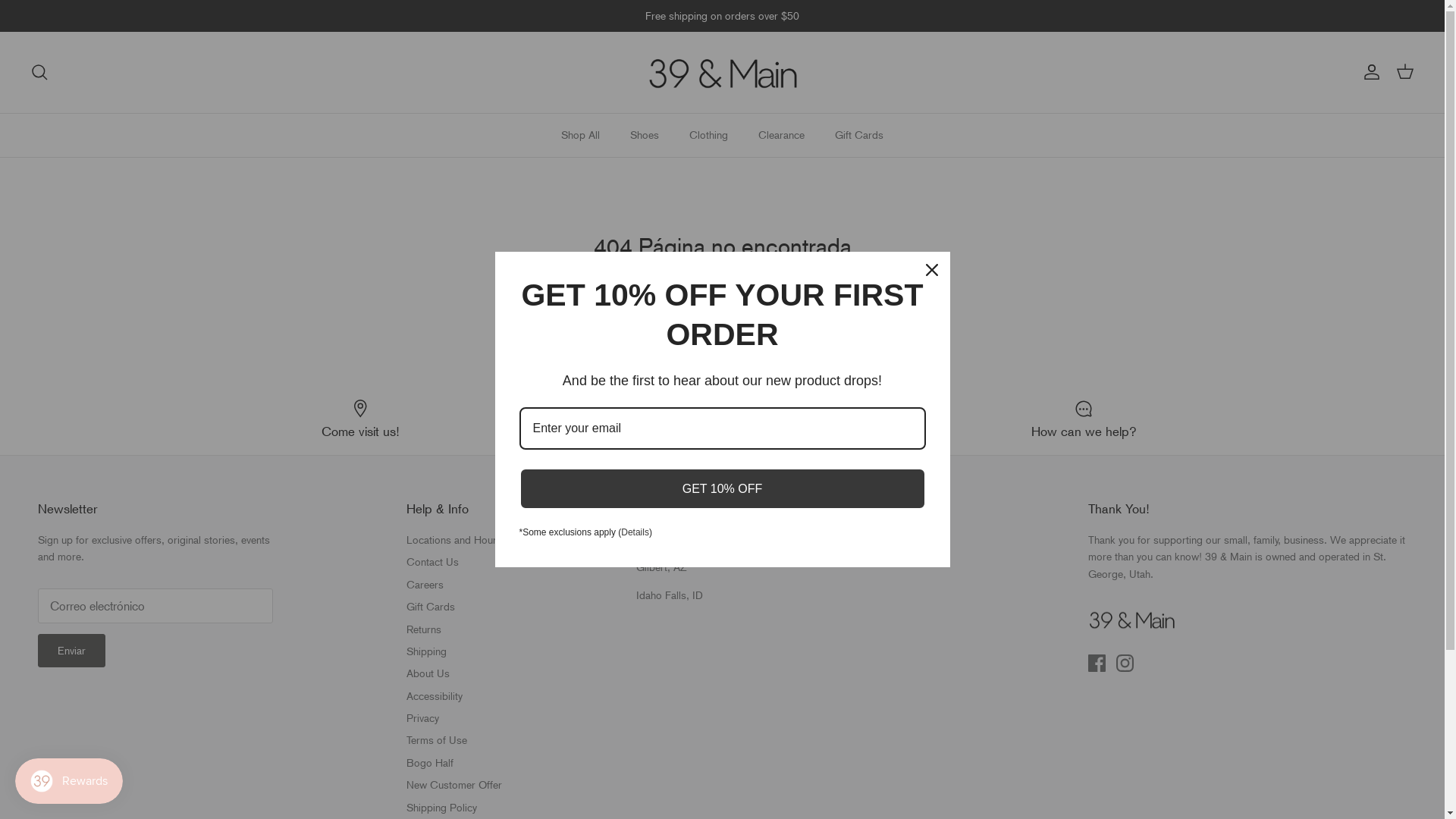  What do you see at coordinates (422, 717) in the screenshot?
I see `'Privacy'` at bounding box center [422, 717].